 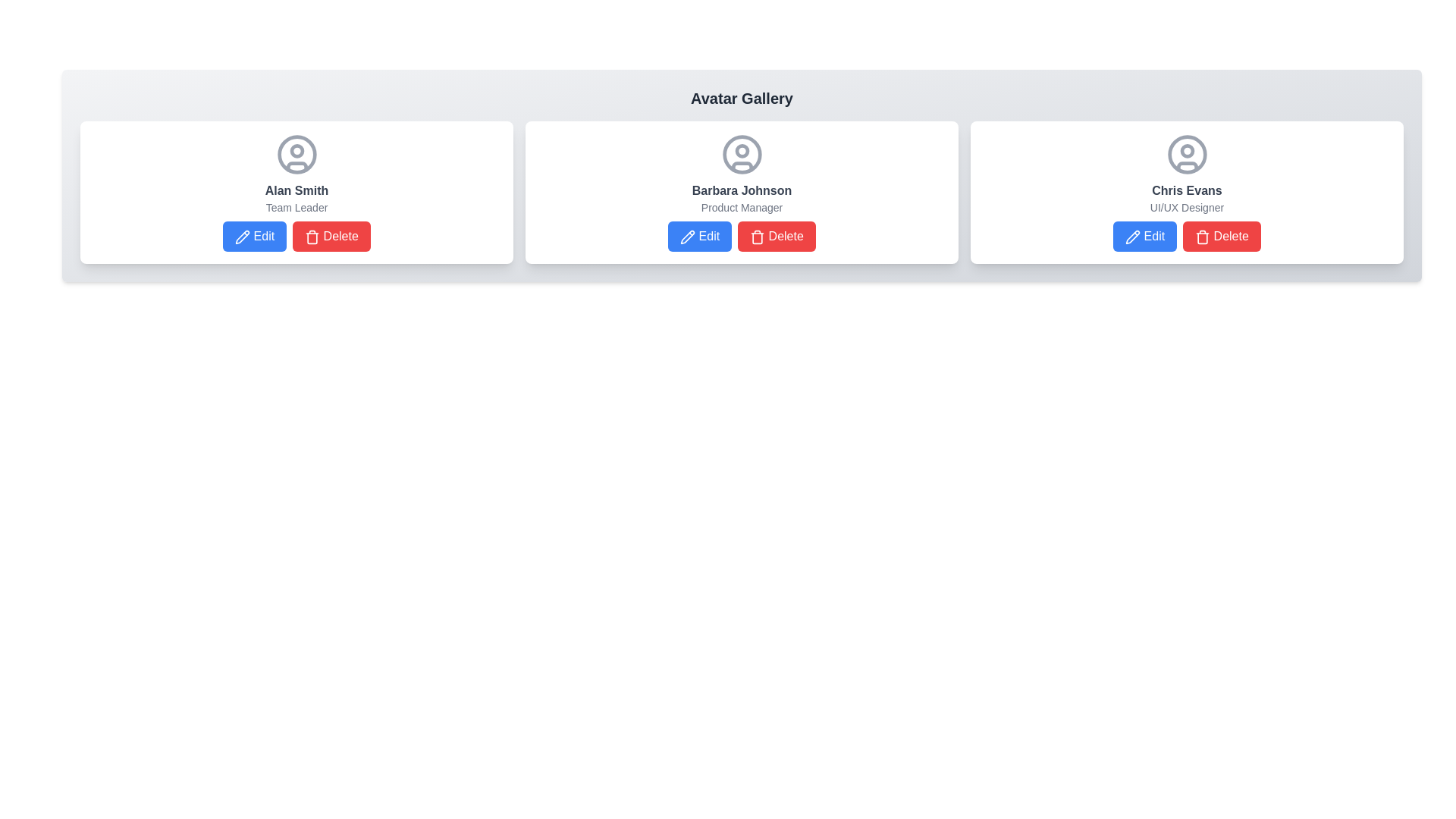 I want to click on the text label displaying the name of the person associated with the user profile card, located in the central card of a three-card layout, so click(x=742, y=190).